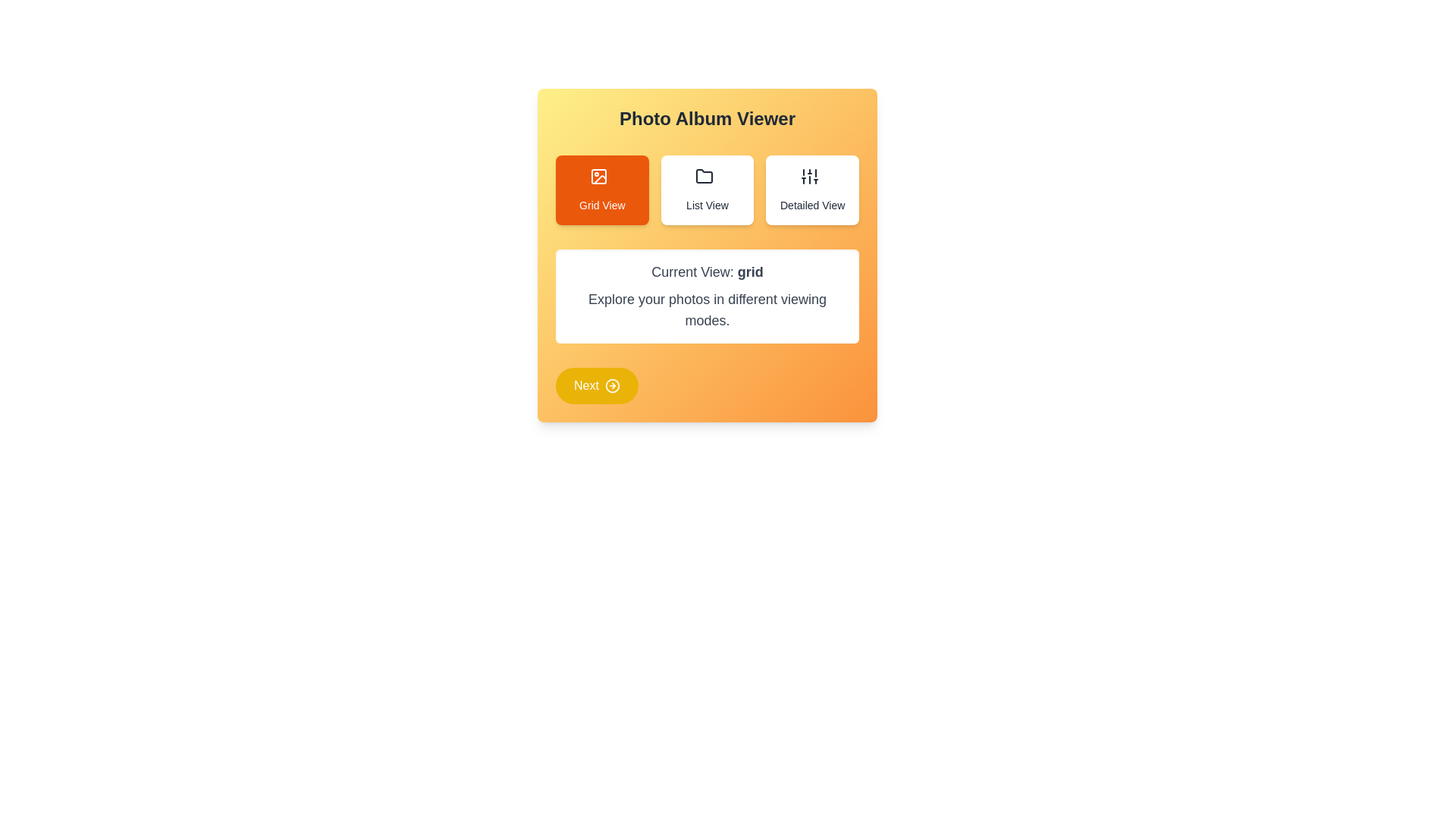 The height and width of the screenshot is (819, 1456). Describe the element at coordinates (811, 205) in the screenshot. I see `the 'Detailed View' text label, which is centrally aligned within a card-style button, positioned as the rightmost button among three view mode options` at that location.